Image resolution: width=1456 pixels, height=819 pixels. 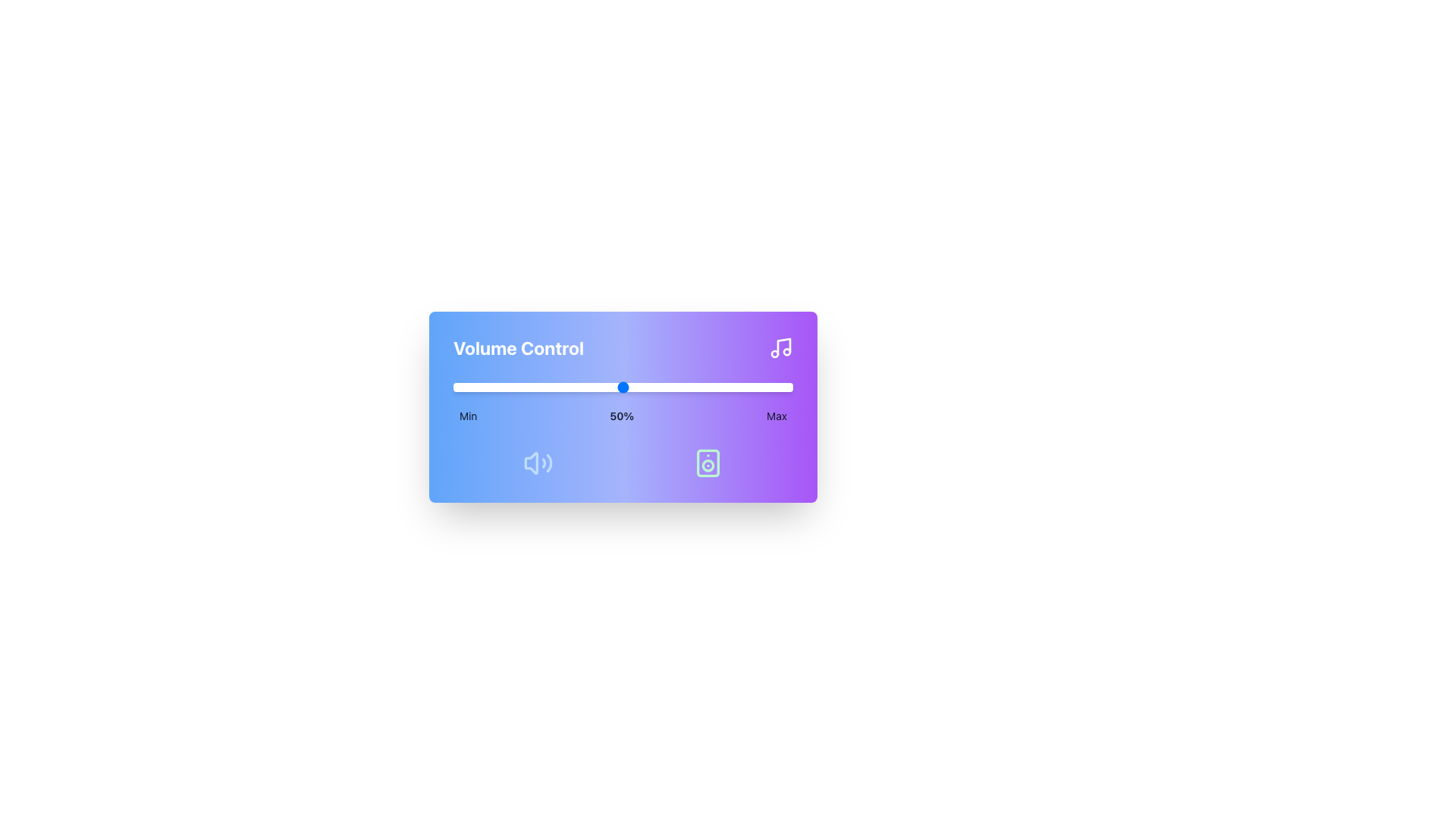 I want to click on the thick curved blue line forming the middle wave of the sound wave icon in the SVG graphic, positioned to the upper right of the speaker base, so click(x=544, y=462).